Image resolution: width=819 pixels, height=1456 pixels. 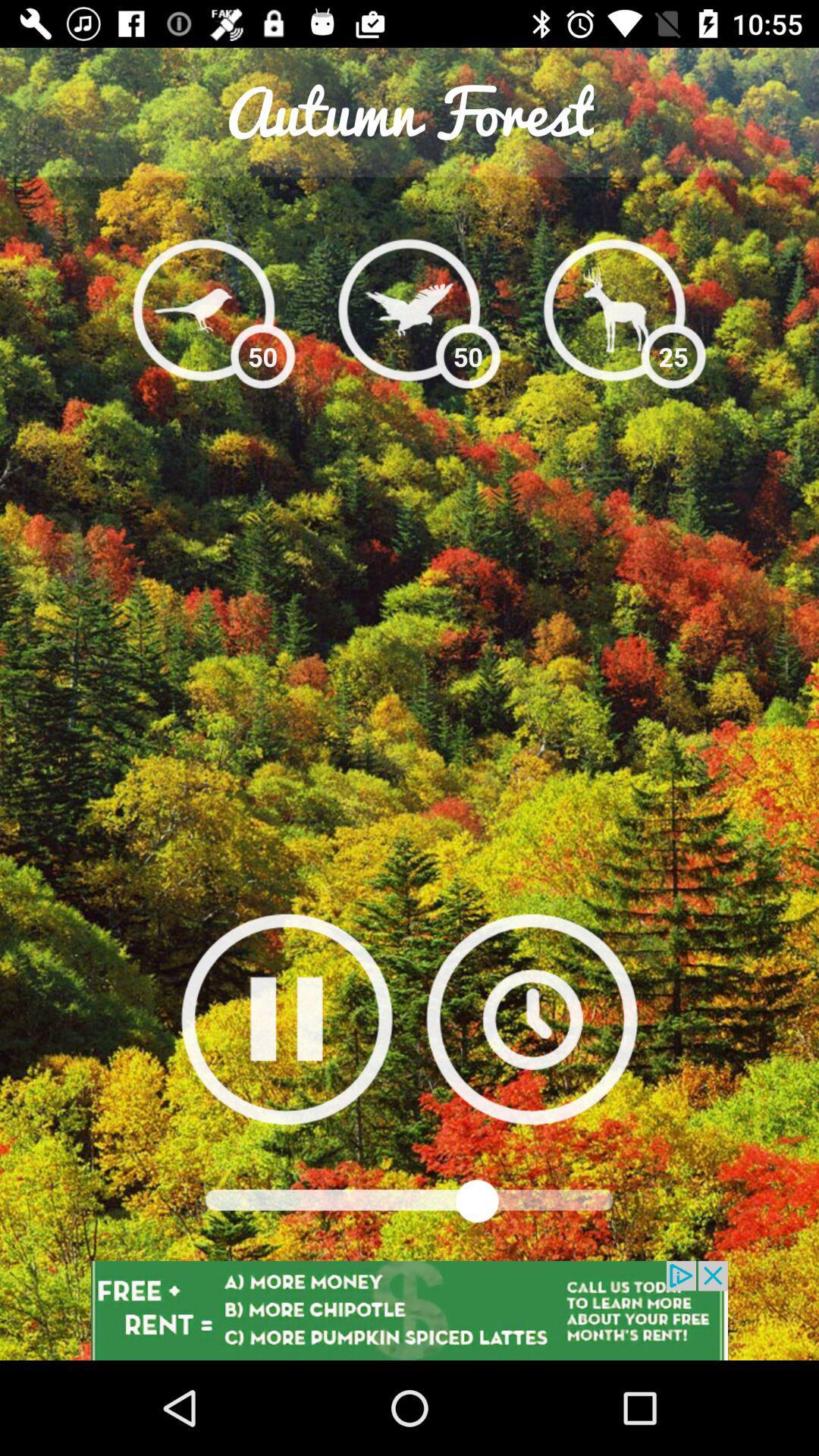 I want to click on bird icon, so click(x=408, y=309).